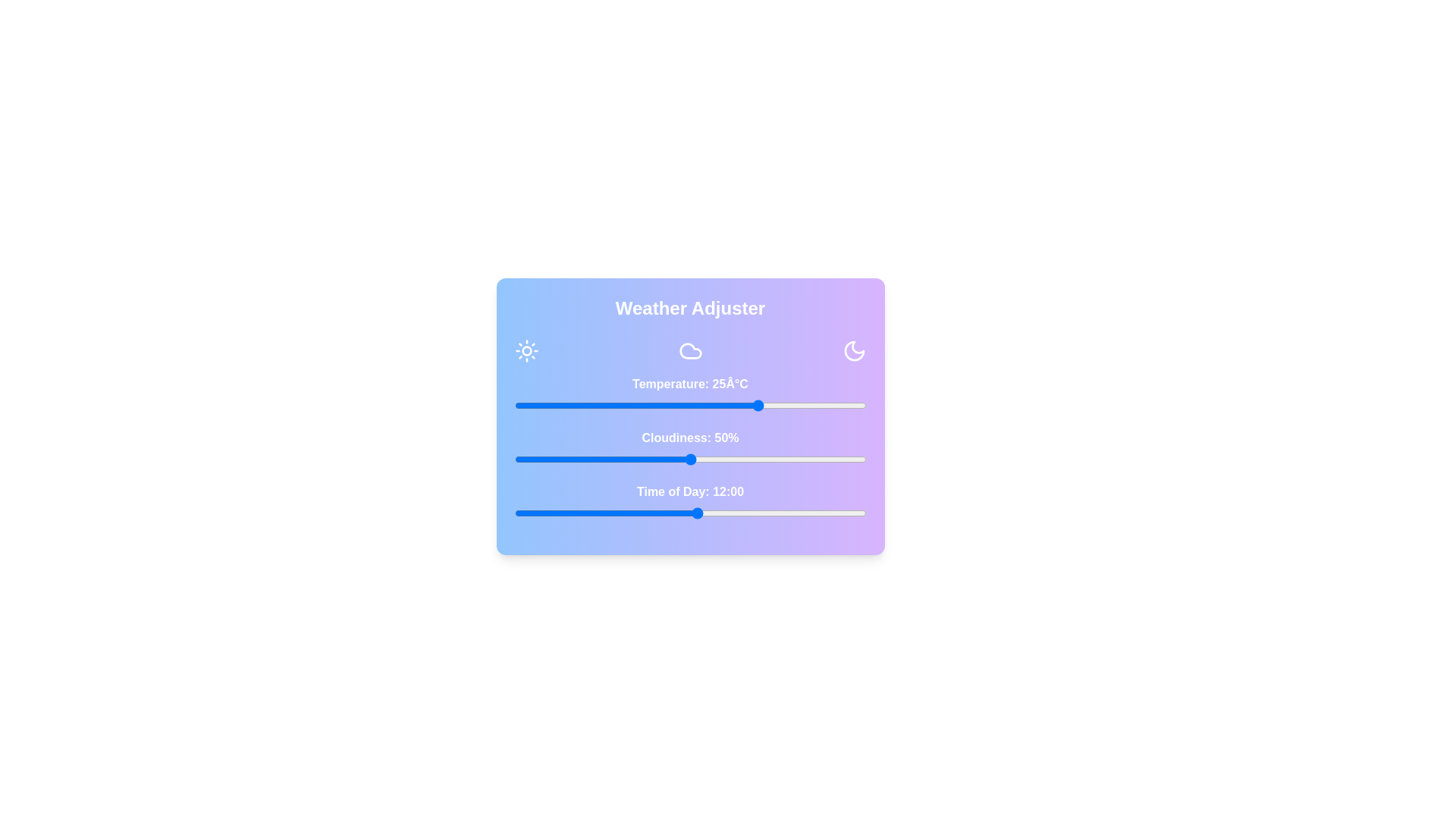 The width and height of the screenshot is (1456, 819). I want to click on the cloudiness level, so click(518, 458).